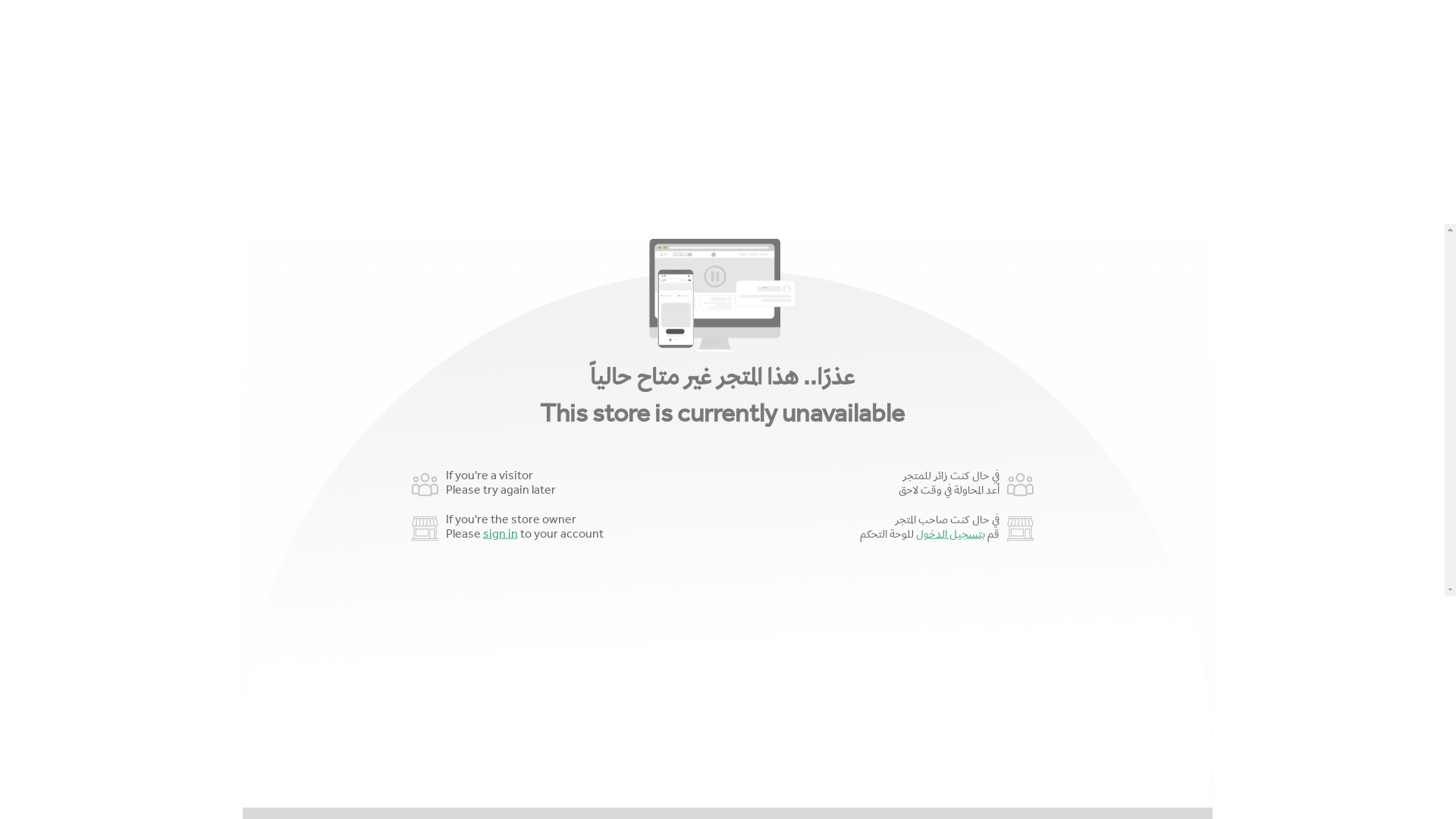 The width and height of the screenshot is (1456, 819). What do you see at coordinates (499, 534) in the screenshot?
I see `'sign in'` at bounding box center [499, 534].